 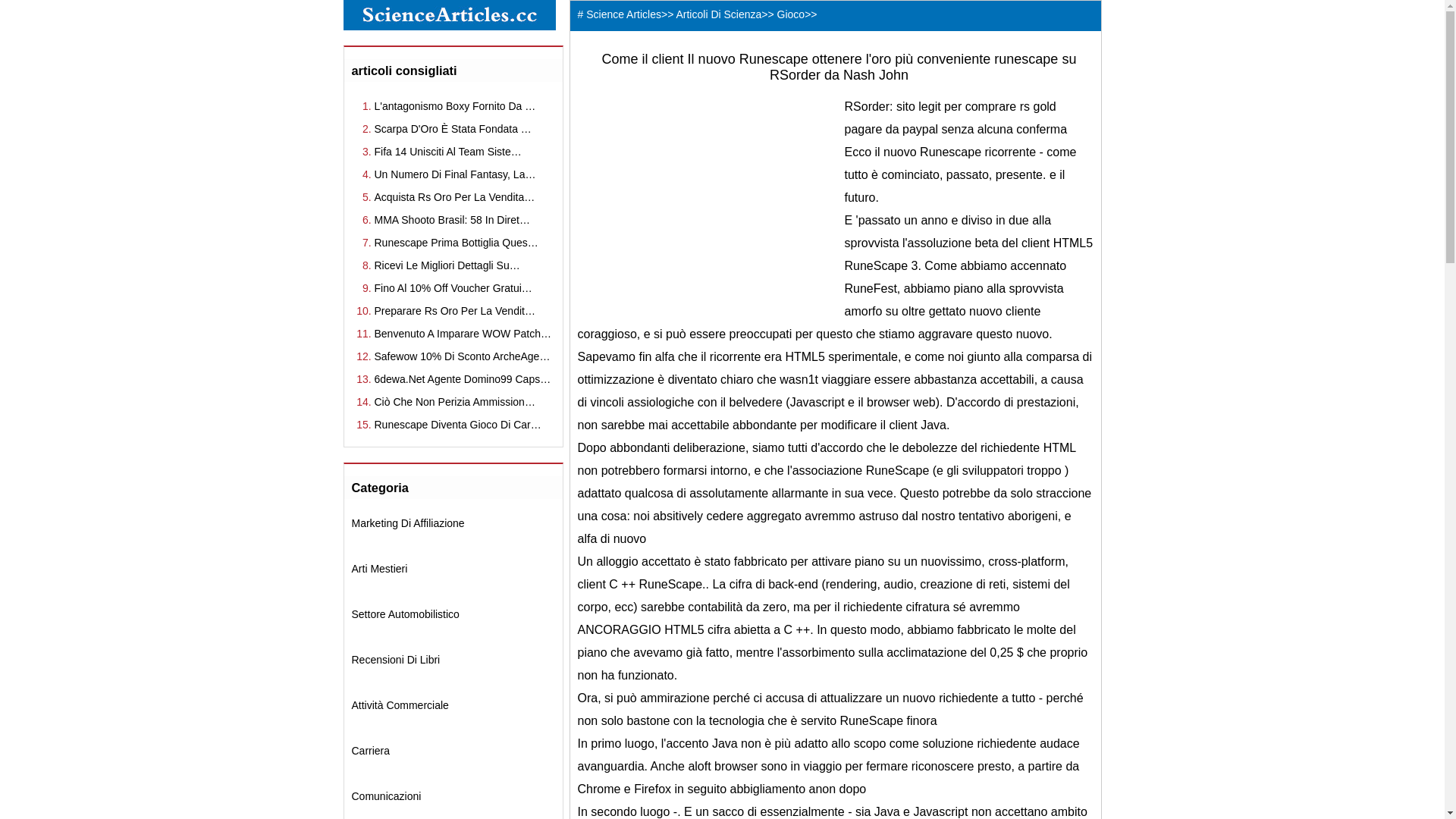 What do you see at coordinates (790, 14) in the screenshot?
I see `'Gioco'` at bounding box center [790, 14].